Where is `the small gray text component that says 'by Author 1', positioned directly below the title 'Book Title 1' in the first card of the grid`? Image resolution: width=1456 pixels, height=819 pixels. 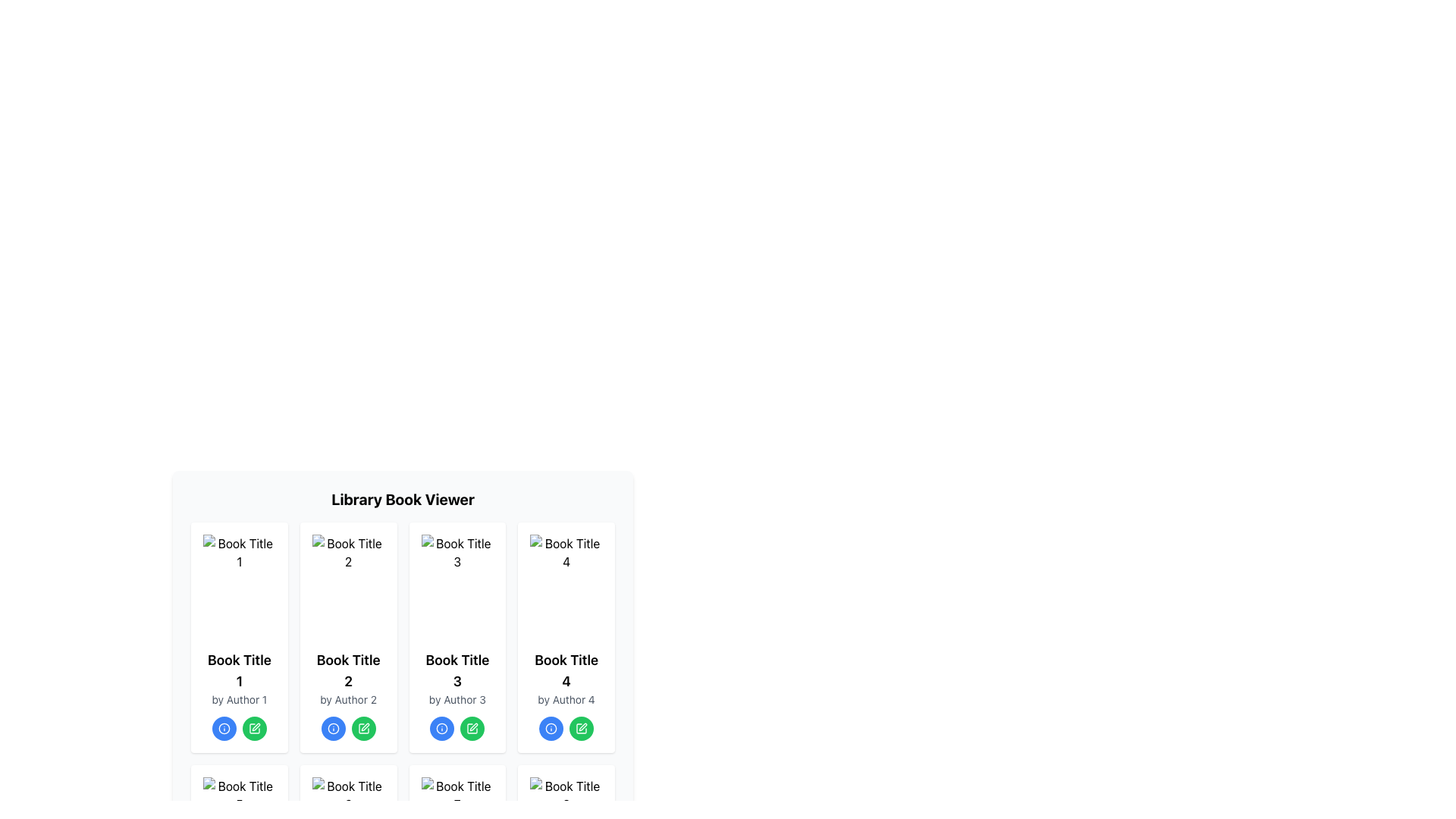
the small gray text component that says 'by Author 1', positioned directly below the title 'Book Title 1' in the first card of the grid is located at coordinates (238, 699).